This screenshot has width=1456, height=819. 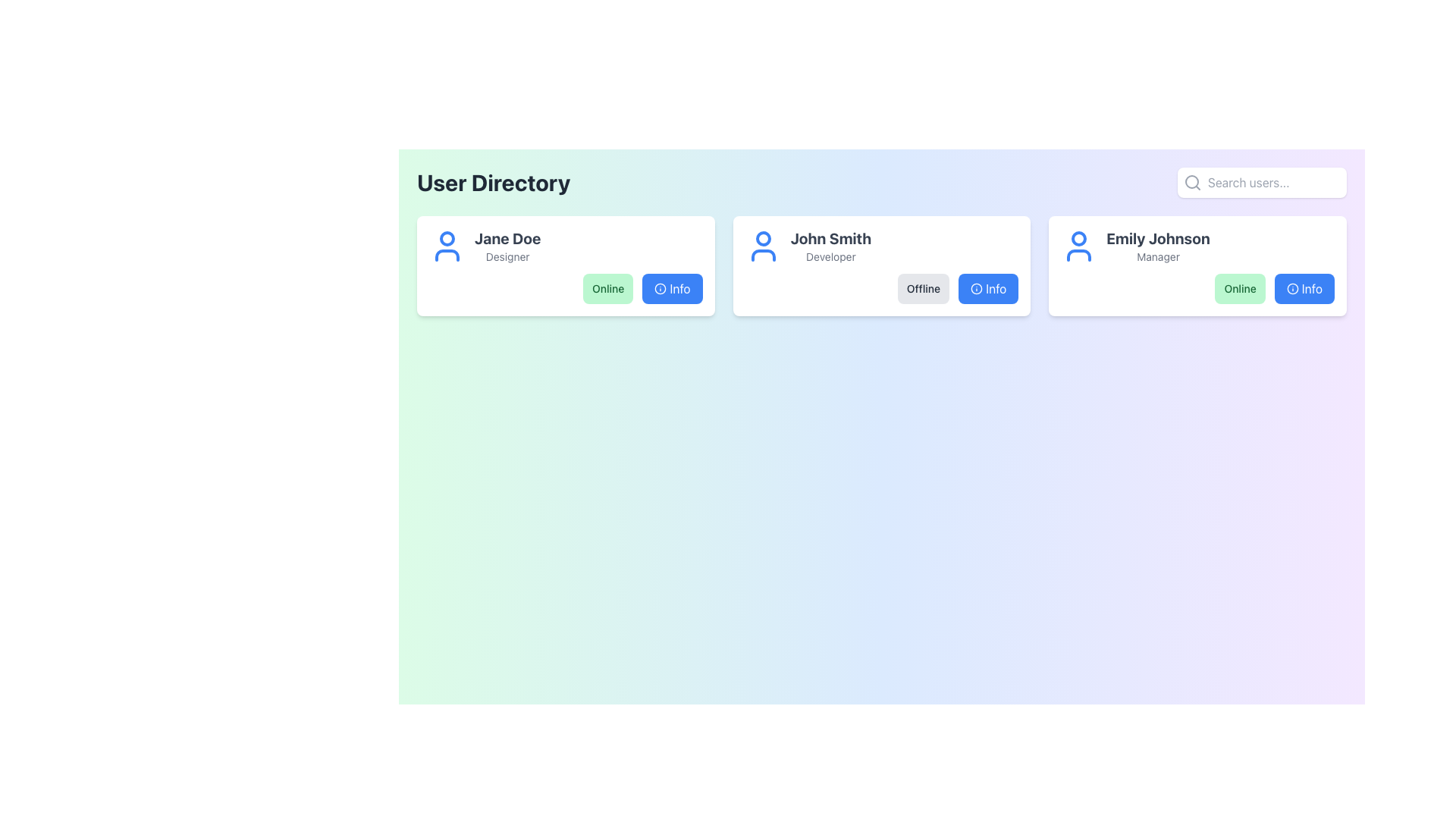 What do you see at coordinates (763, 239) in the screenshot?
I see `the decorative circular head portion of the user icon for 'John Smith' in the middle card of the three-card layout` at bounding box center [763, 239].